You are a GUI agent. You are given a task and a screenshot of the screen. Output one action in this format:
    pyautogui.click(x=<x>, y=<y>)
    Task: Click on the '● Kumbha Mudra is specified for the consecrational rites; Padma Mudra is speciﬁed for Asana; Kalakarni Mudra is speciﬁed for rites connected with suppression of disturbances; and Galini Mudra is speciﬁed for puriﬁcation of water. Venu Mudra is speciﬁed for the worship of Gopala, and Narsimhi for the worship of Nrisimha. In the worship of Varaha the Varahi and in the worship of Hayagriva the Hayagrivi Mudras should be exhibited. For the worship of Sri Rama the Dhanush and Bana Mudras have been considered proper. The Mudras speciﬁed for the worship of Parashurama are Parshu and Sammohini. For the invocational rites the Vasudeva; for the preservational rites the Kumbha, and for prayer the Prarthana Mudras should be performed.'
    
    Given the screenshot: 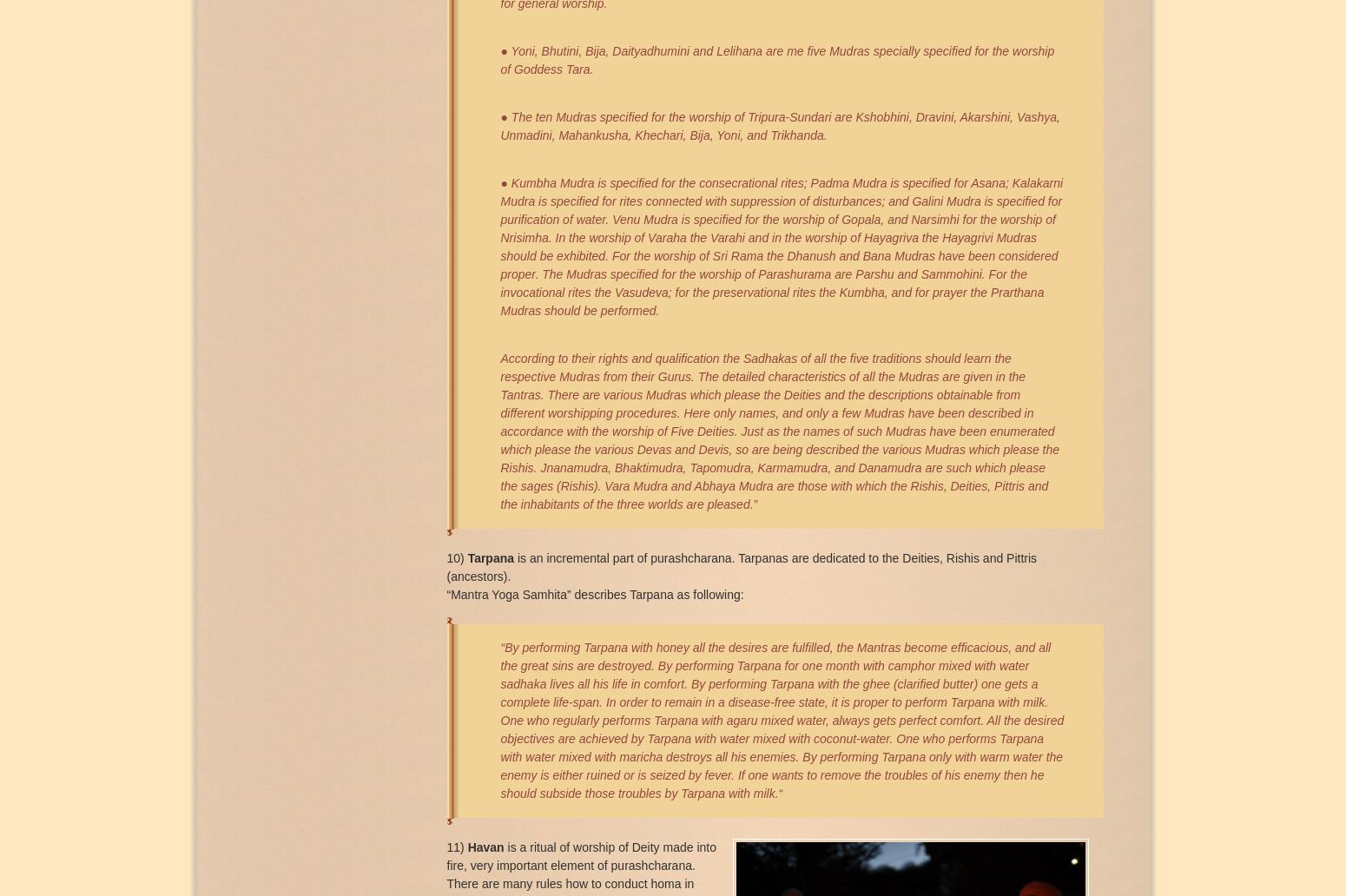 What is the action you would take?
    pyautogui.click(x=499, y=246)
    